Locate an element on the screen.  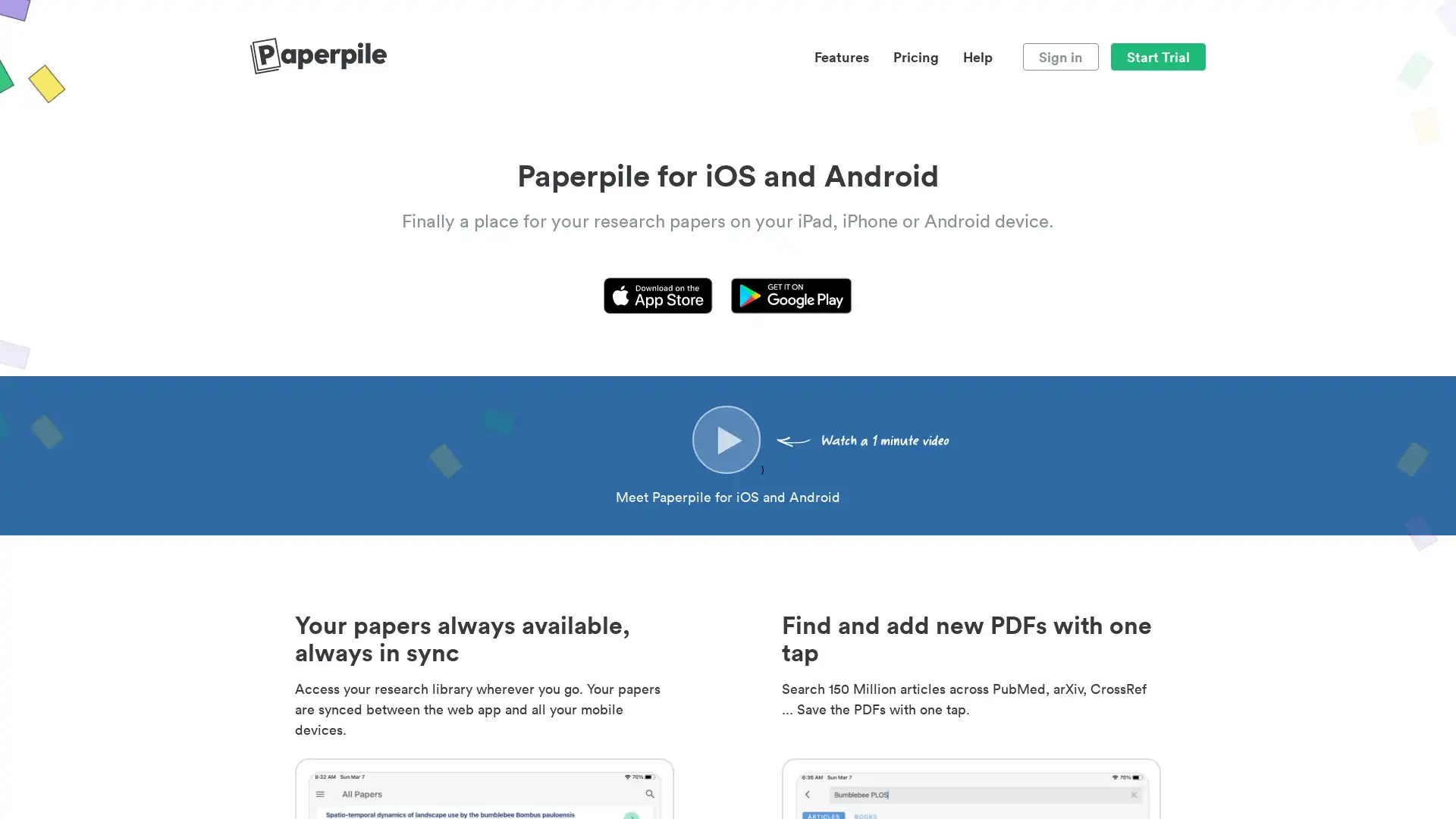
) is located at coordinates (726, 440).